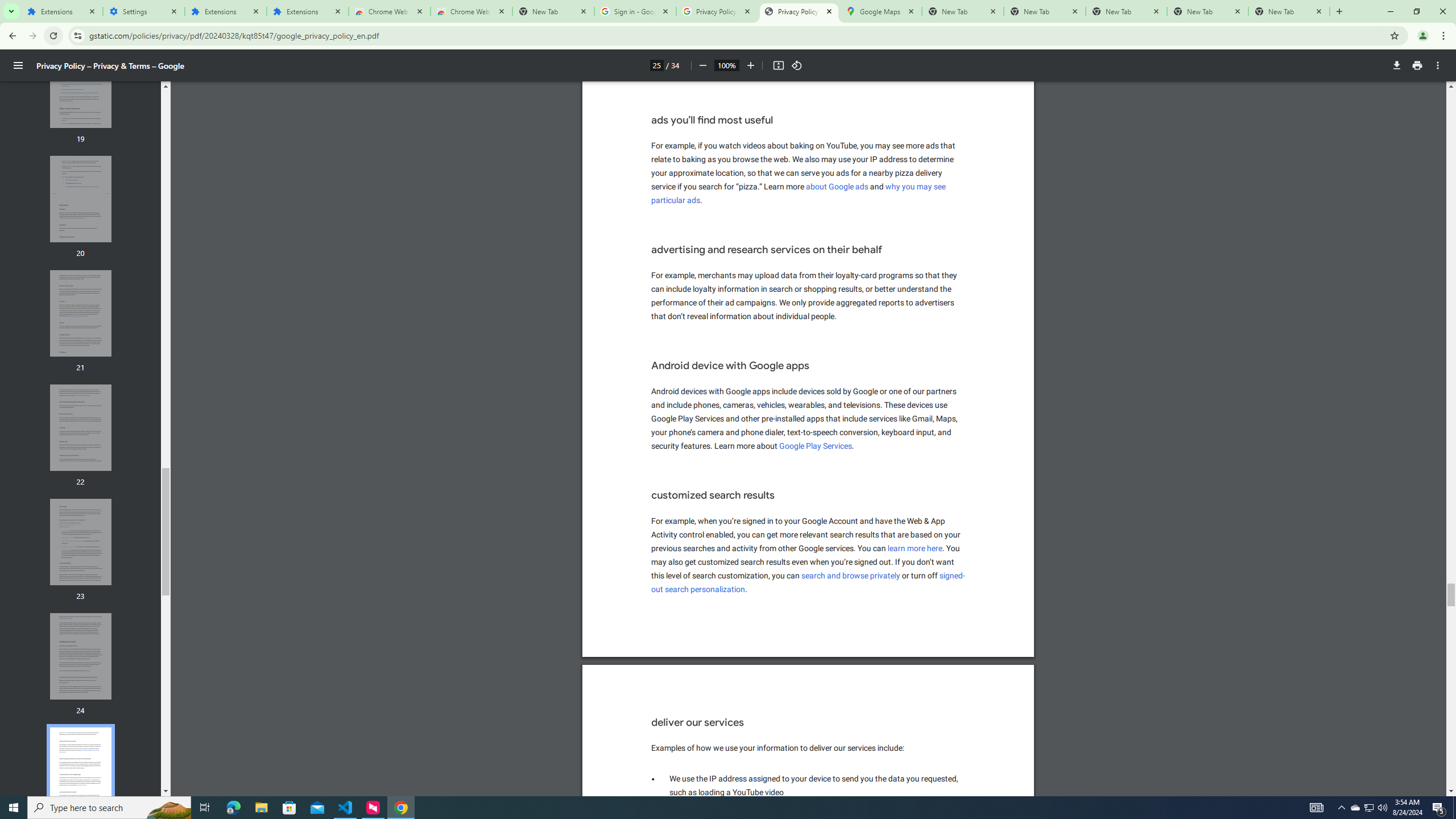  Describe the element at coordinates (81, 85) in the screenshot. I see `'Thumbnail for page 19'` at that location.